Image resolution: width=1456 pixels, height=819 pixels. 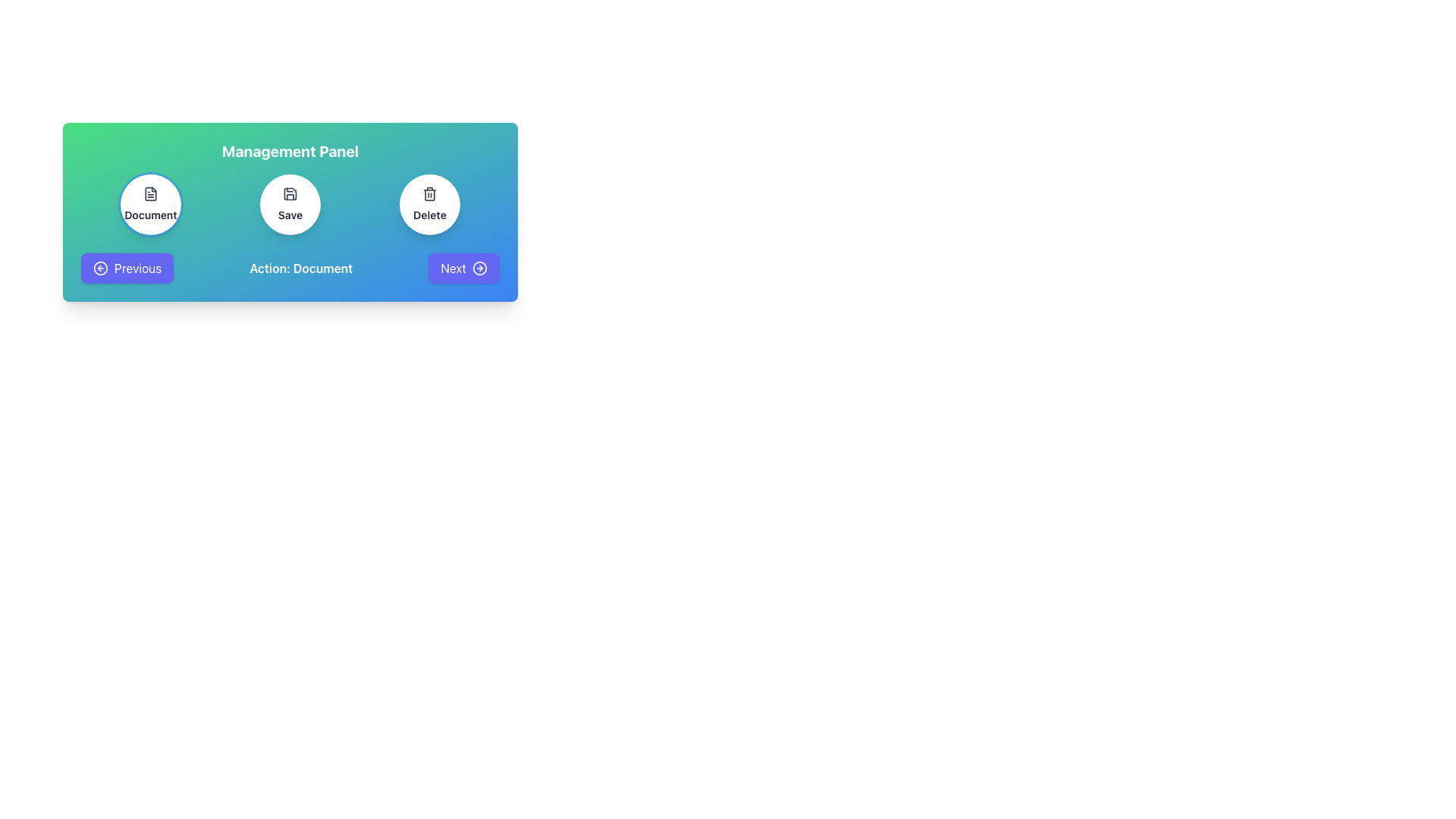 I want to click on the document icon, which is centered inside the circular button labeled 'Document' in the Management Panel, so click(x=150, y=193).